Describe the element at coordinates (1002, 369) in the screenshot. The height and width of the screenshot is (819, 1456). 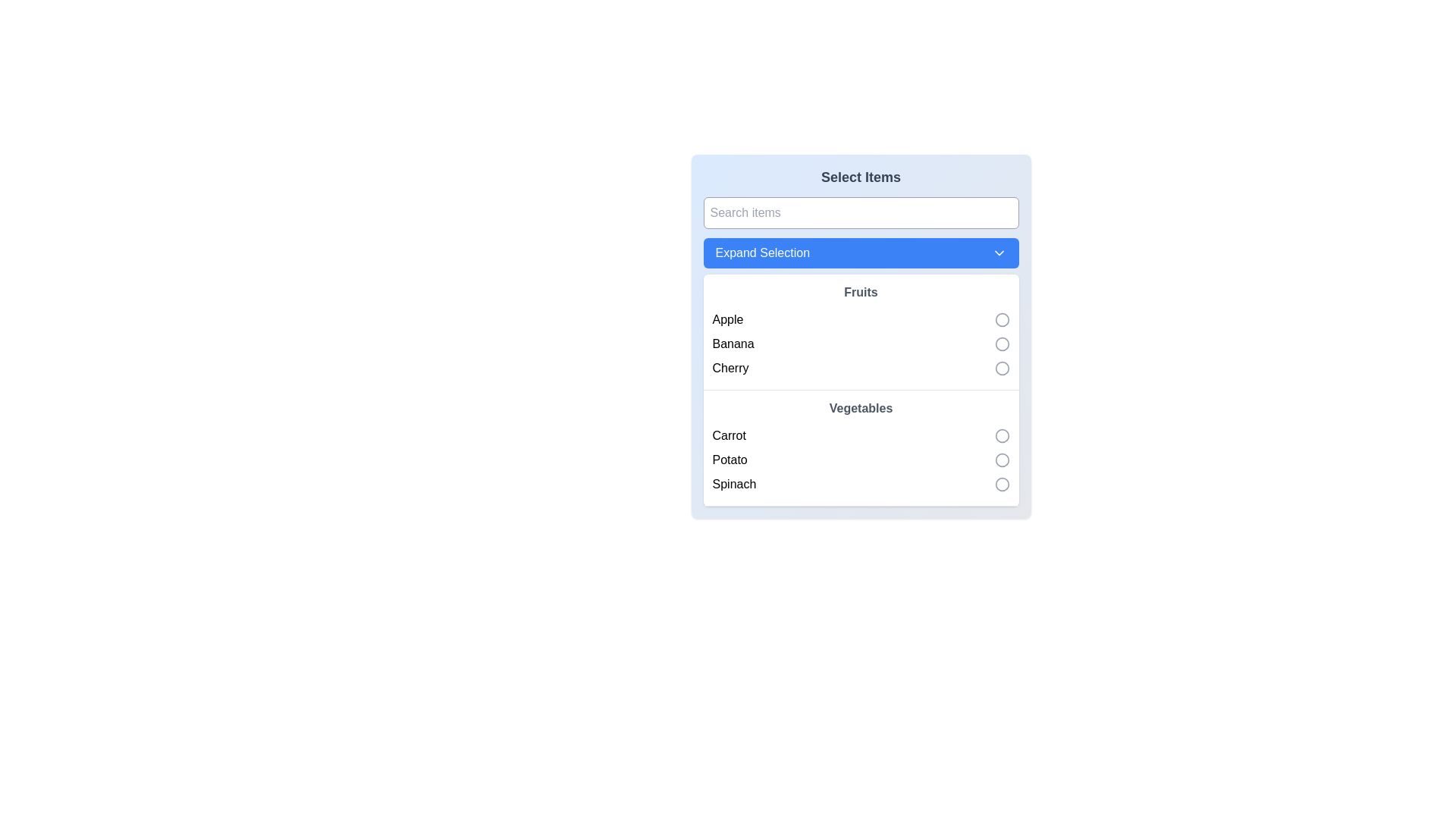
I see `the radio button associated with the 'Cherry' option in the 'Fruits' section` at that location.